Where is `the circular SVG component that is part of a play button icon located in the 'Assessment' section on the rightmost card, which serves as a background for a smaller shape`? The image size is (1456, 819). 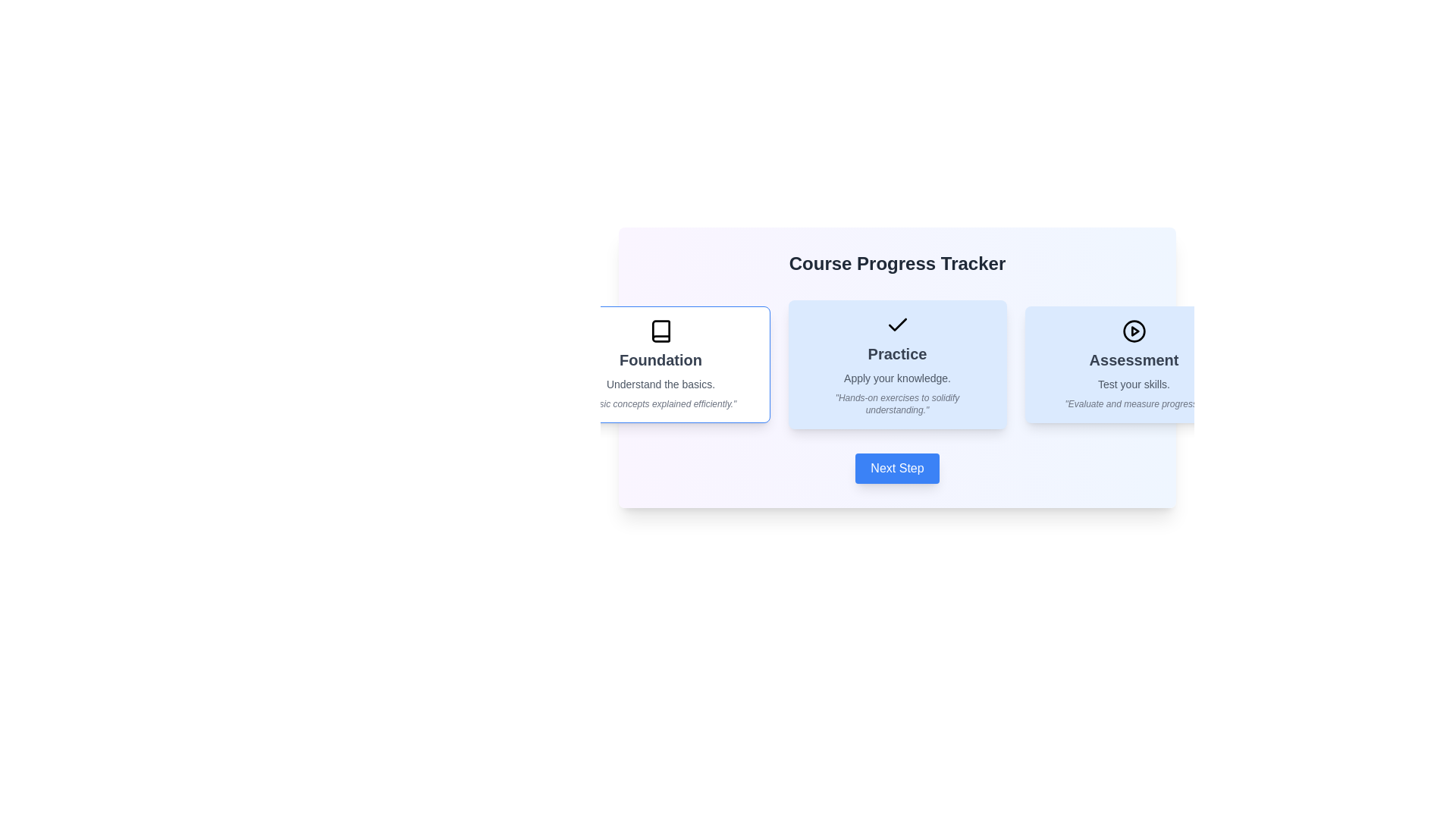 the circular SVG component that is part of a play button icon located in the 'Assessment' section on the rightmost card, which serves as a background for a smaller shape is located at coordinates (1134, 330).